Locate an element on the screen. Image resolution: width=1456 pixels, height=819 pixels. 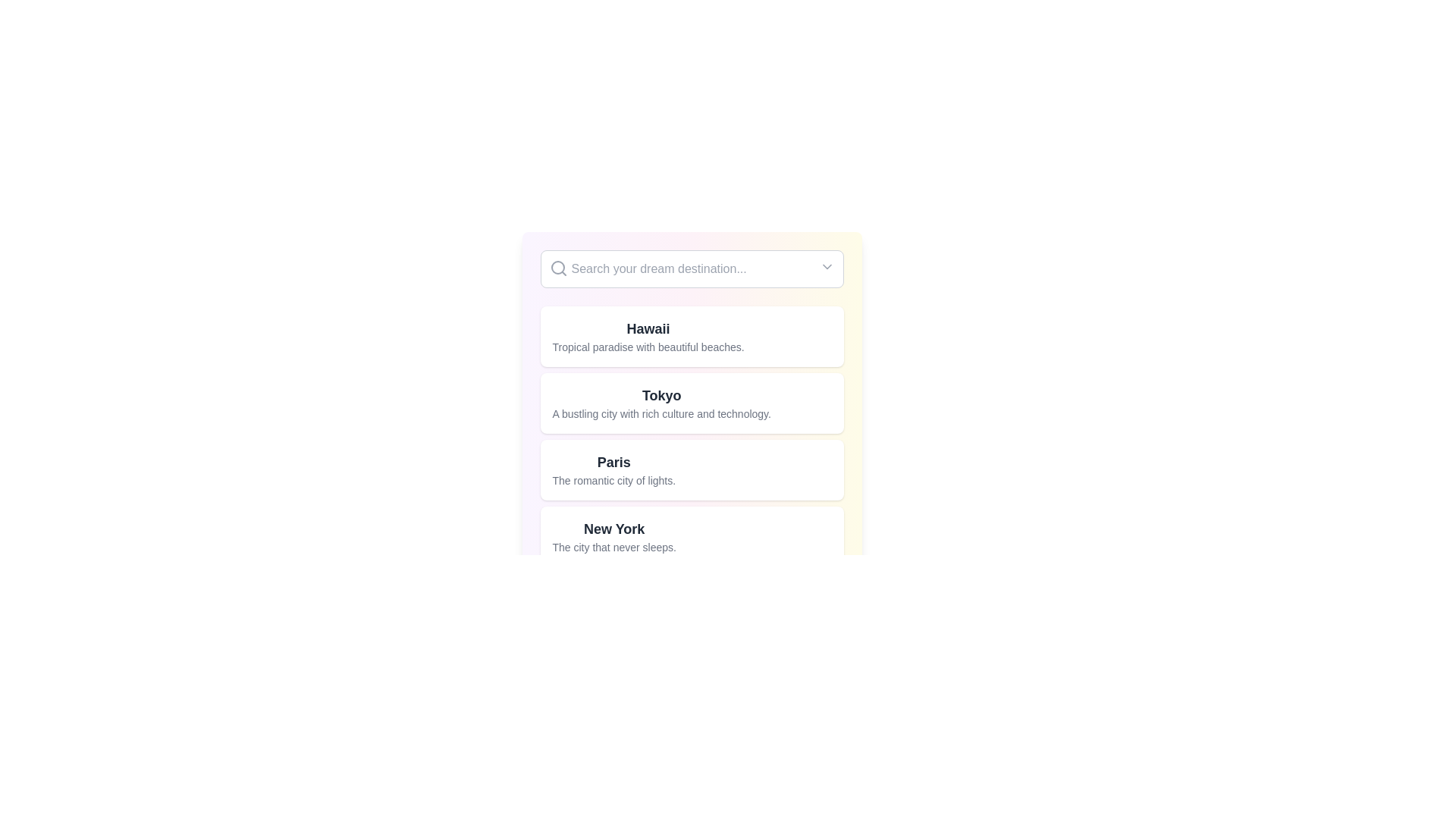
the third item in the vertical list, which represents a selectable location is located at coordinates (691, 469).